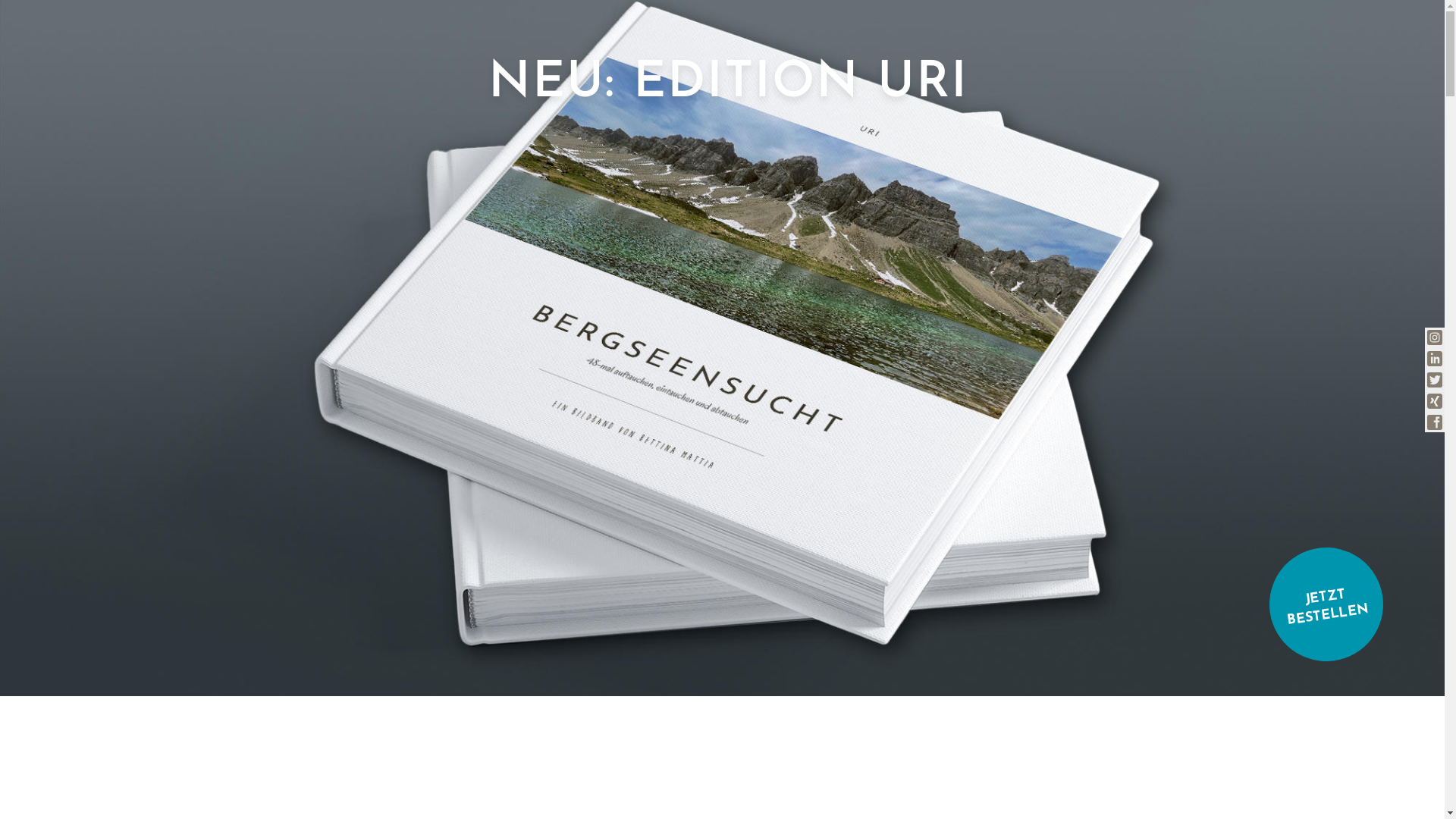  Describe the element at coordinates (1317, 595) in the screenshot. I see `'JETZT BESTELLEN'` at that location.